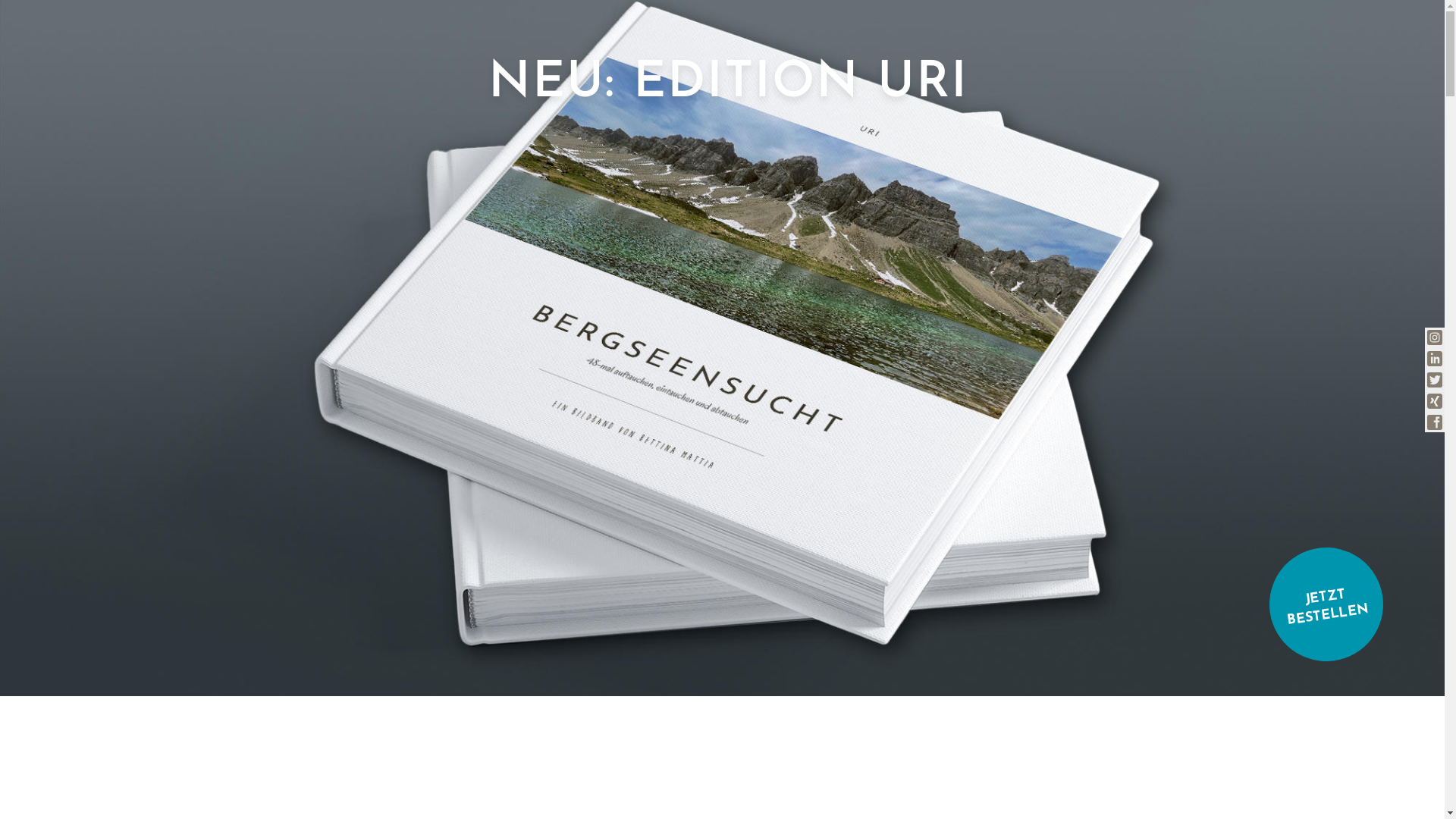  Describe the element at coordinates (1317, 595) in the screenshot. I see `'JETZT BESTELLEN'` at that location.